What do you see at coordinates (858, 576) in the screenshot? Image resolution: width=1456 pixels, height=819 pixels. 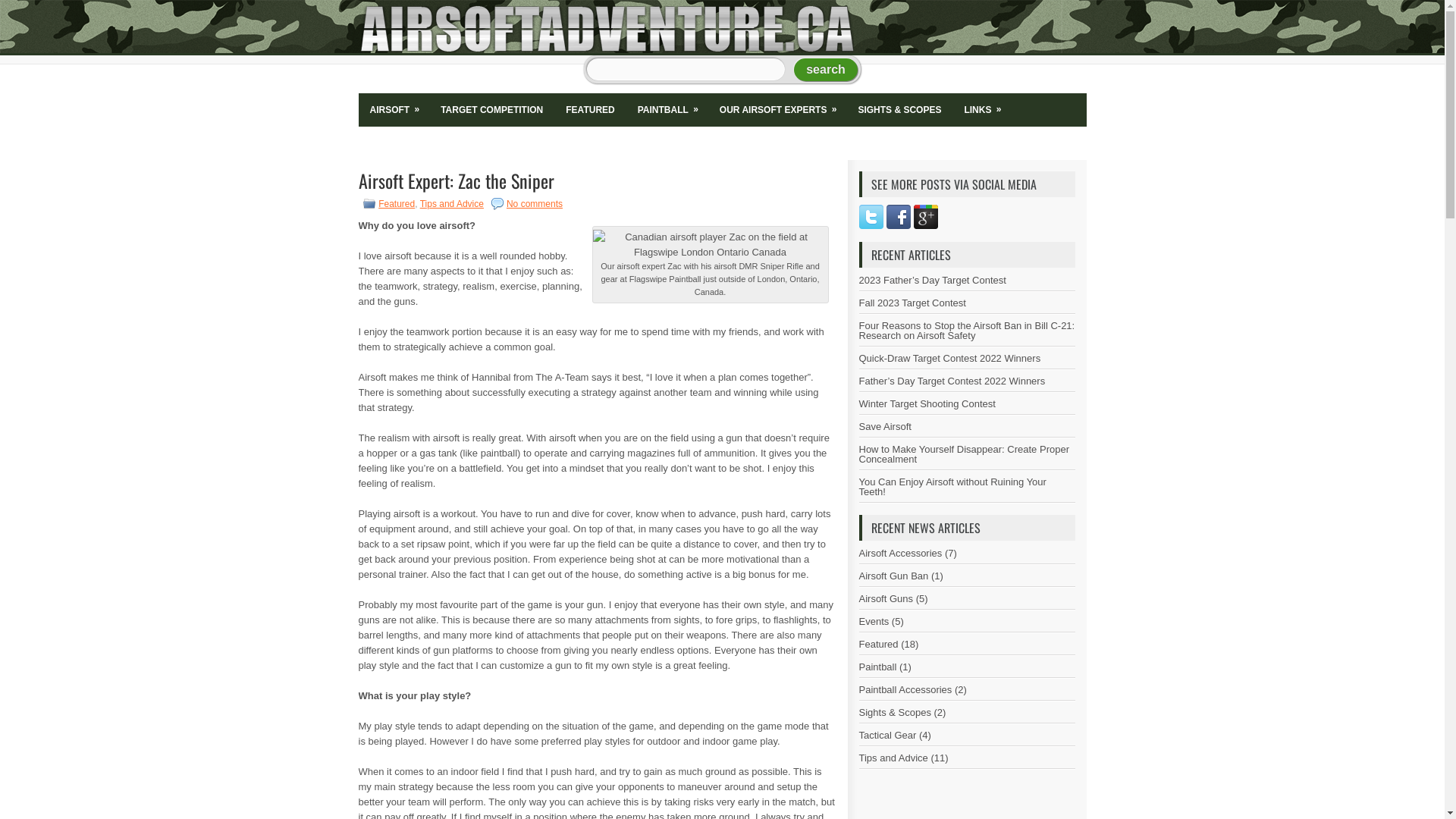 I see `'Airsoft Gun Ban'` at bounding box center [858, 576].